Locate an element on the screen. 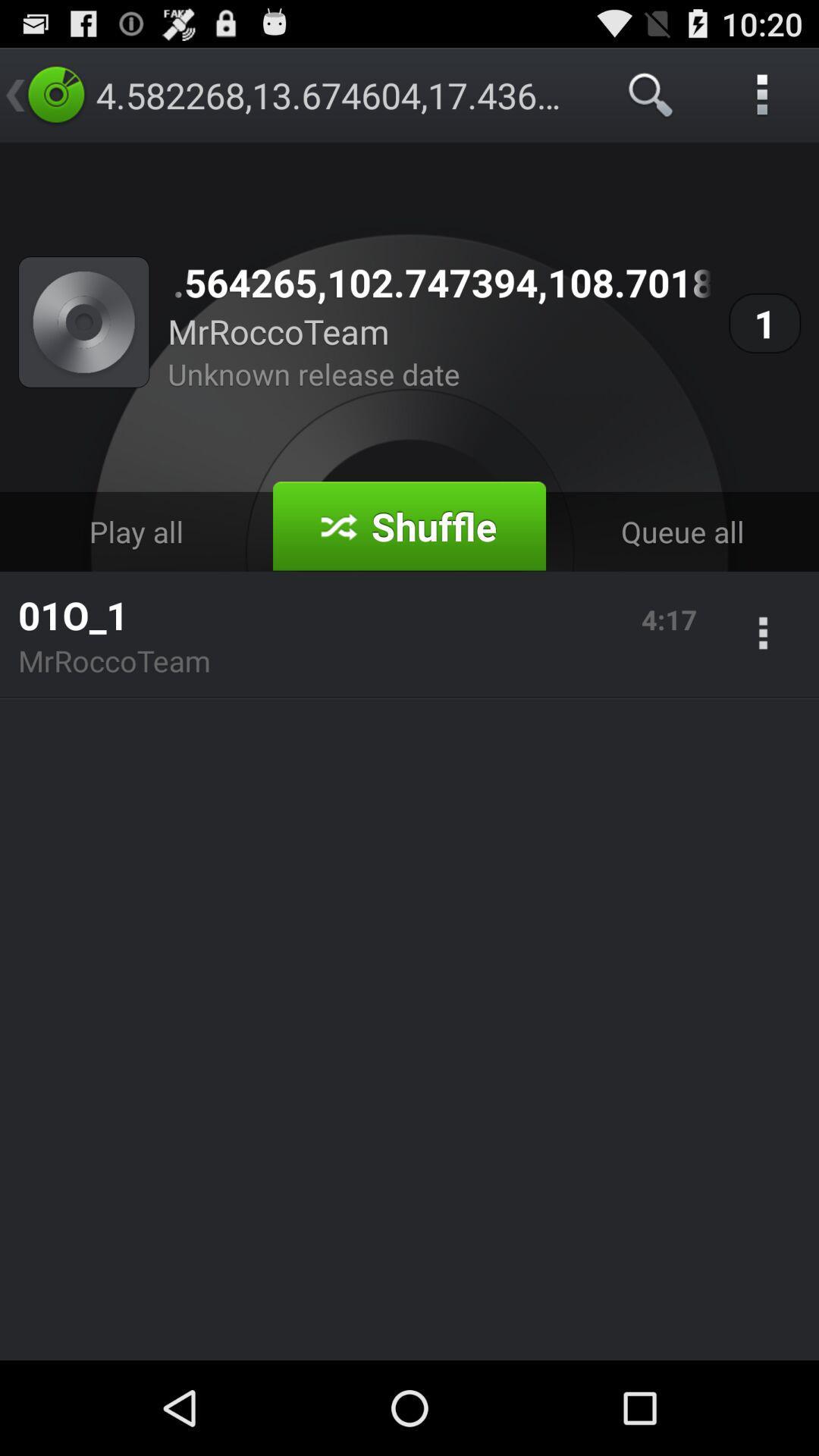 The image size is (819, 1456). the icon to the right of 4:17 item is located at coordinates (763, 635).